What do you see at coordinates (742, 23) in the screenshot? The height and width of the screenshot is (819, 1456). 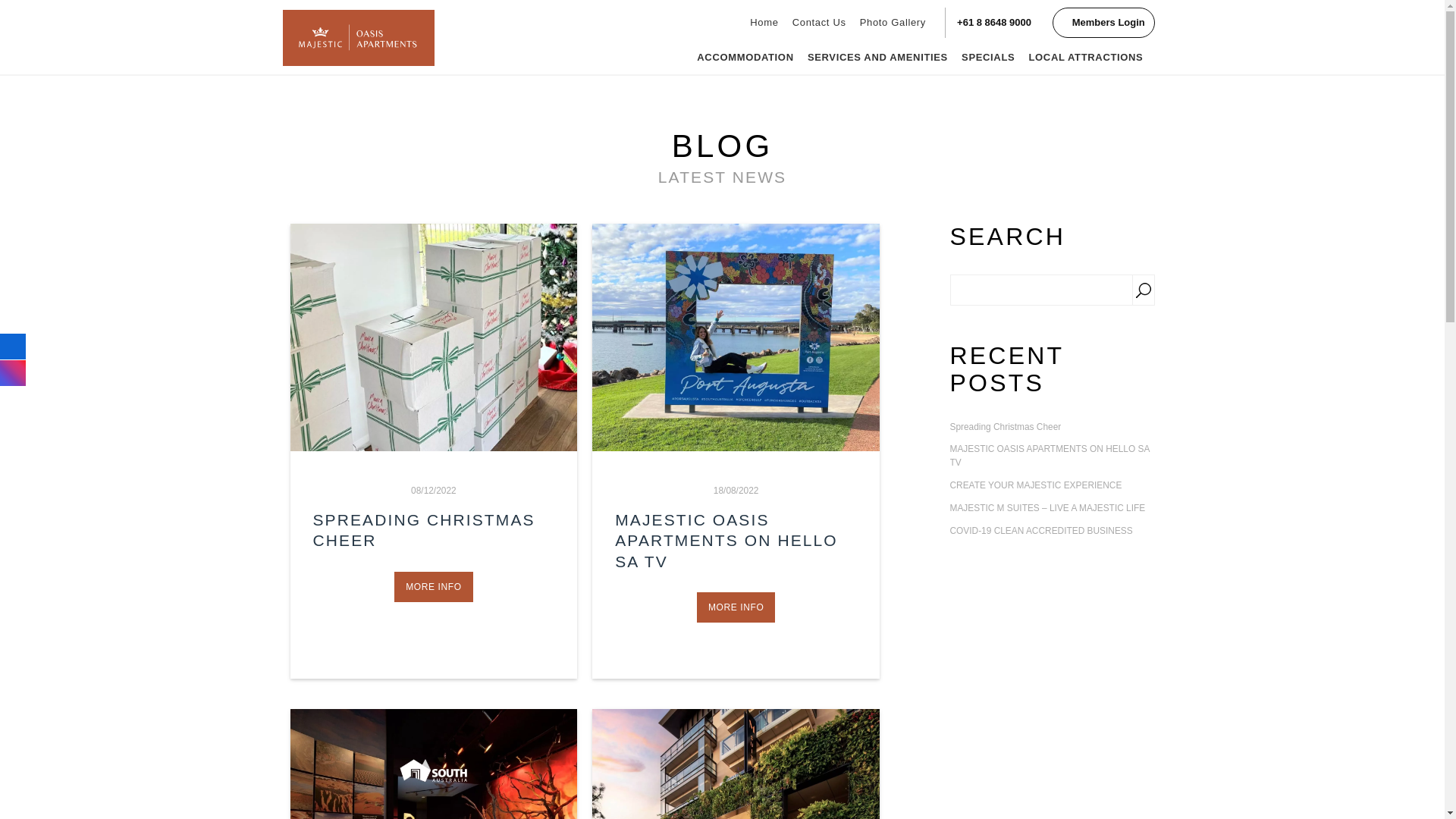 I see `'Home'` at bounding box center [742, 23].